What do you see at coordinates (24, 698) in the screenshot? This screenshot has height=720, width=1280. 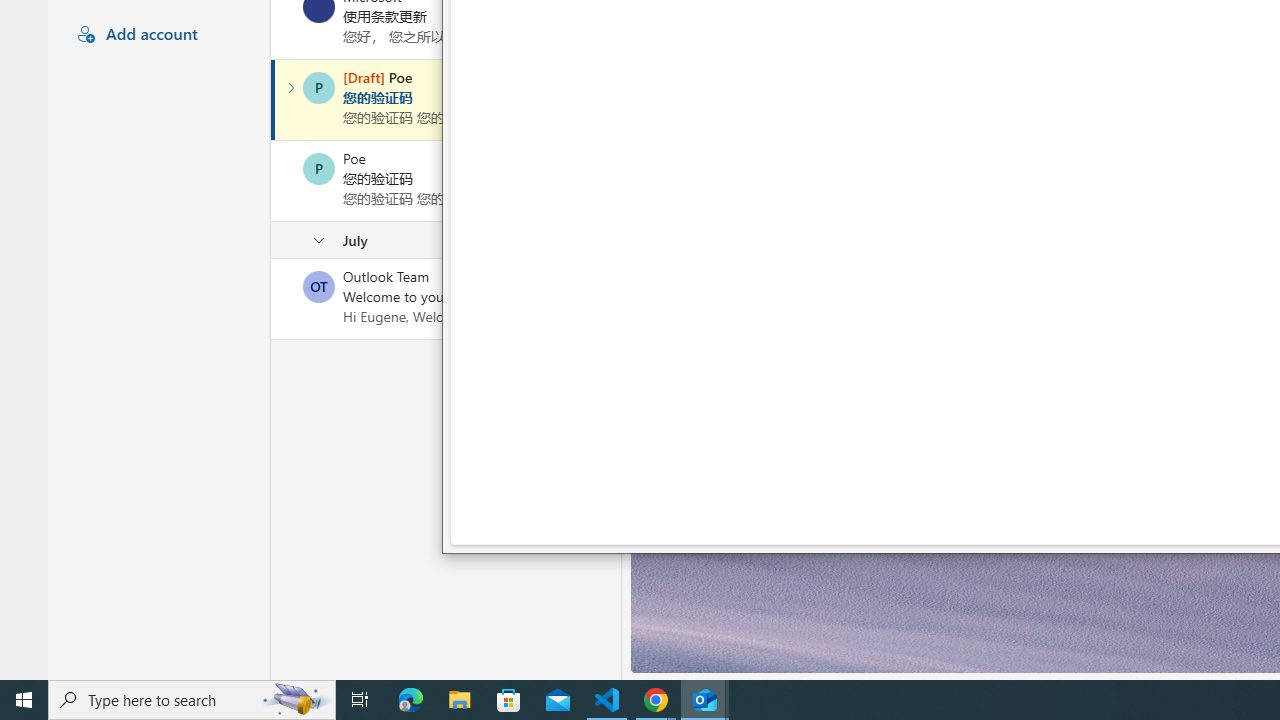 I see `'Start'` at bounding box center [24, 698].